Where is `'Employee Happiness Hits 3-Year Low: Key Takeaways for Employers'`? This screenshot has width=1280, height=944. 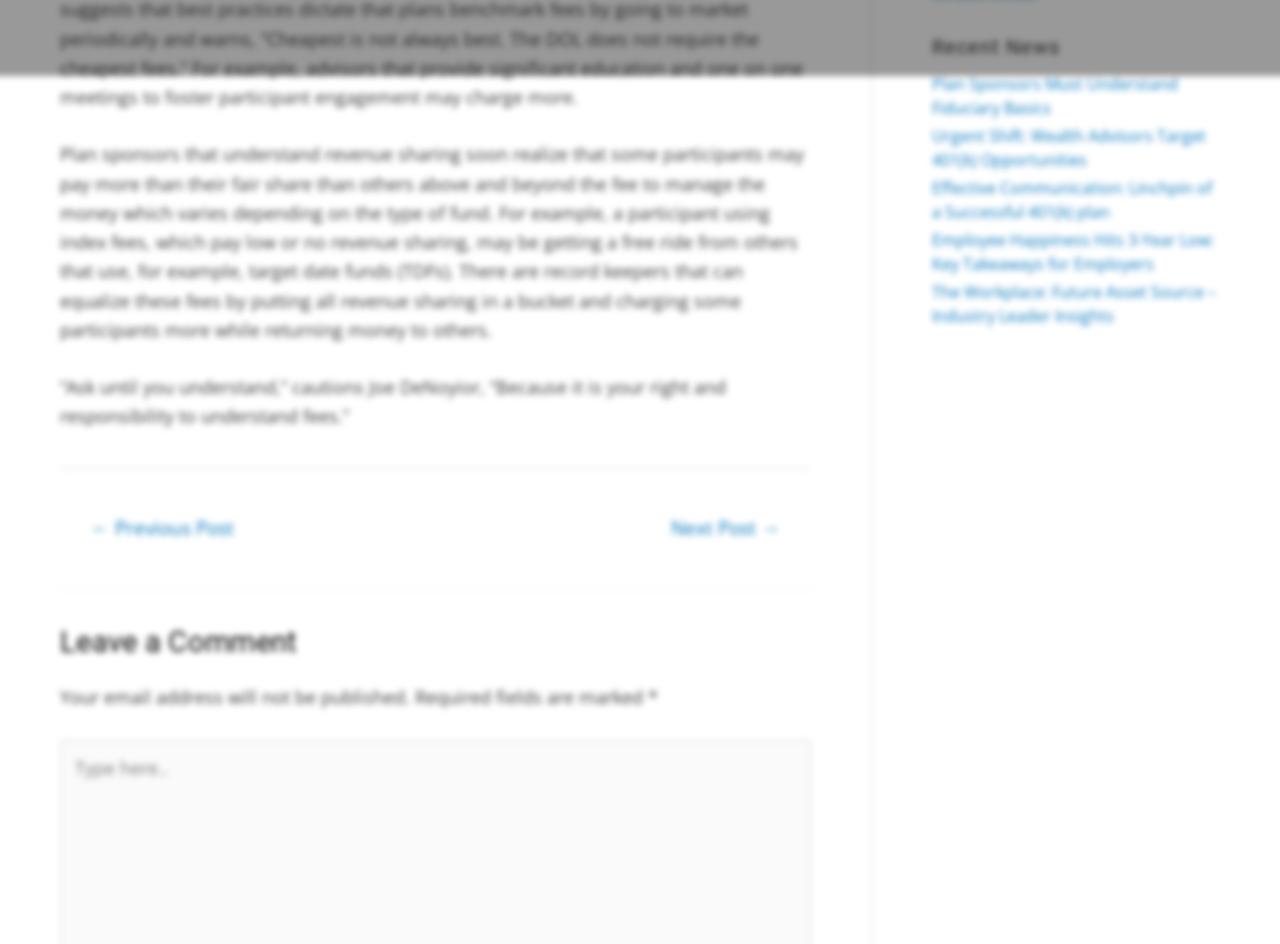 'Employee Happiness Hits 3-Year Low: Key Takeaways for Employers' is located at coordinates (930, 251).